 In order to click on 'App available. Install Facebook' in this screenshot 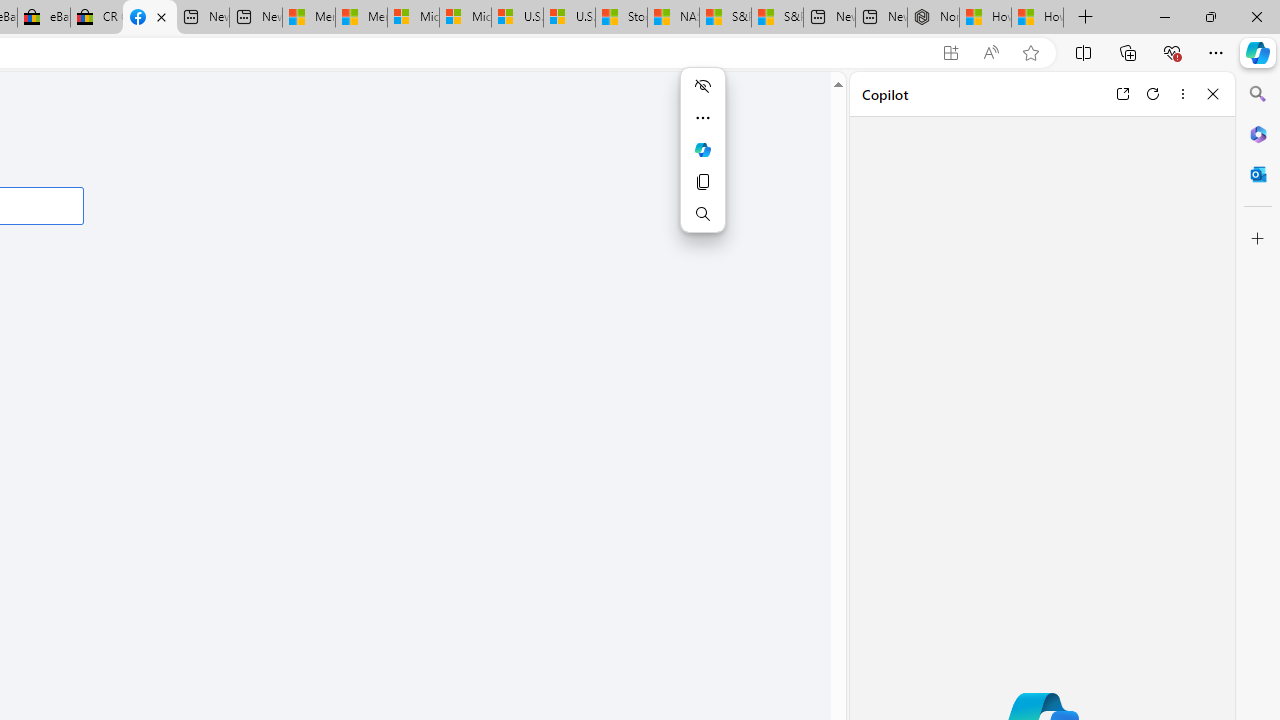, I will do `click(950, 52)`.